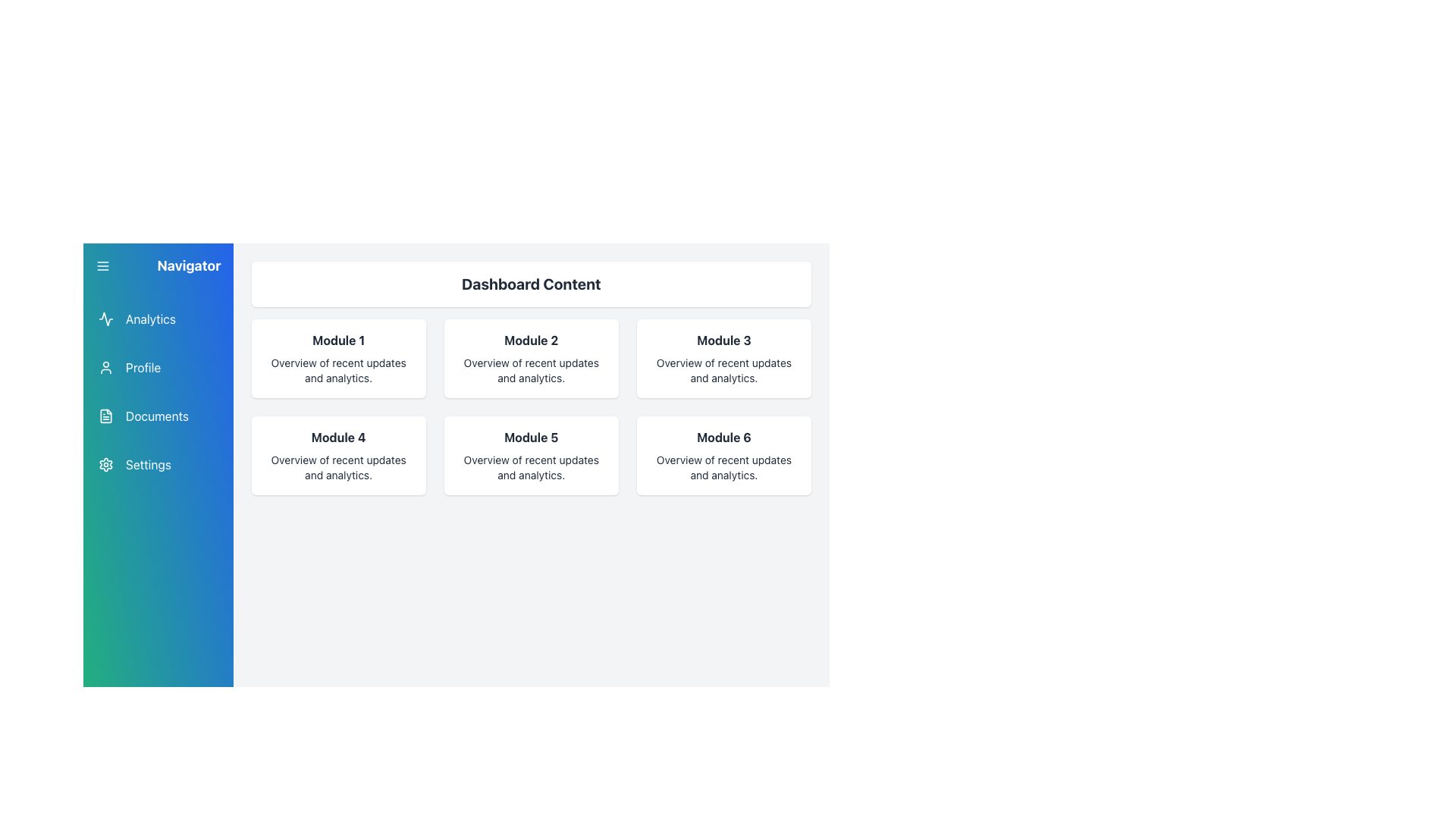  Describe the element at coordinates (531, 467) in the screenshot. I see `text element providing a summary or description located below the title 'Module 5' in the card labeled 'Module 5'` at that location.